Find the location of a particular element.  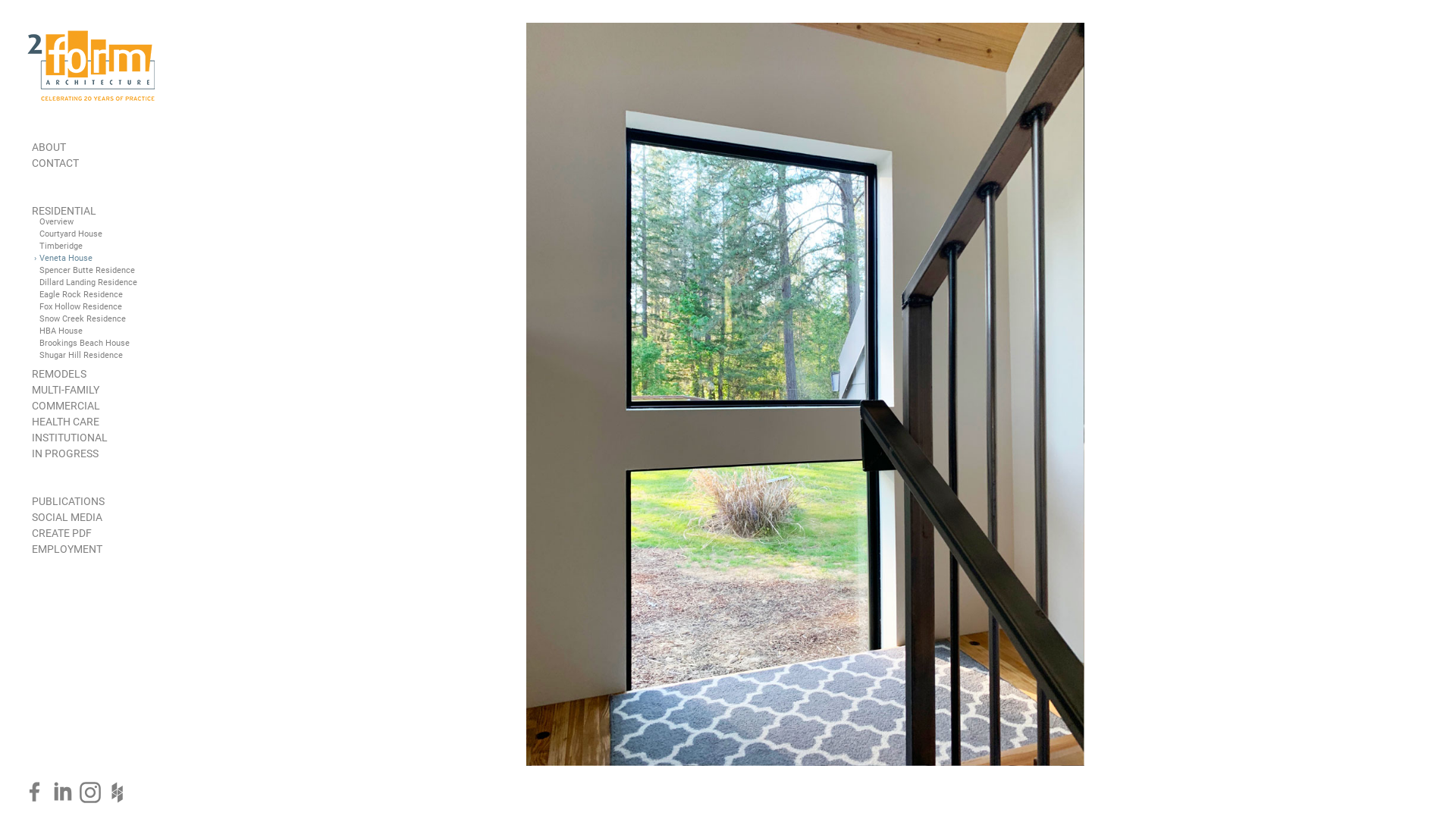

'PUBLICATIONS' is located at coordinates (67, 500).